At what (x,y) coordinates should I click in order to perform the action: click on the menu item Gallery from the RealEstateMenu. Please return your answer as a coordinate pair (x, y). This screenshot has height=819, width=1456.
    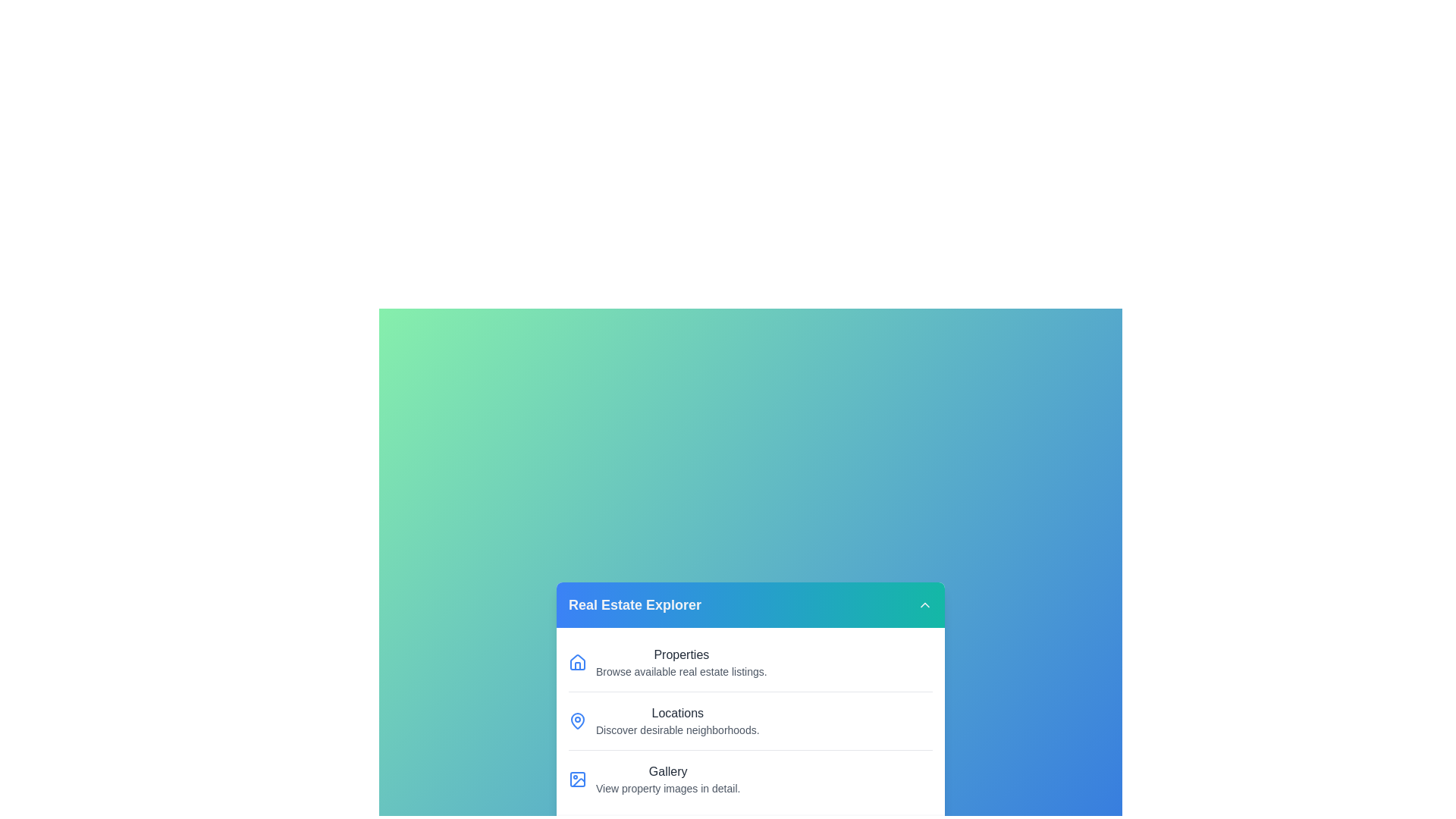
    Looking at the image, I should click on (750, 779).